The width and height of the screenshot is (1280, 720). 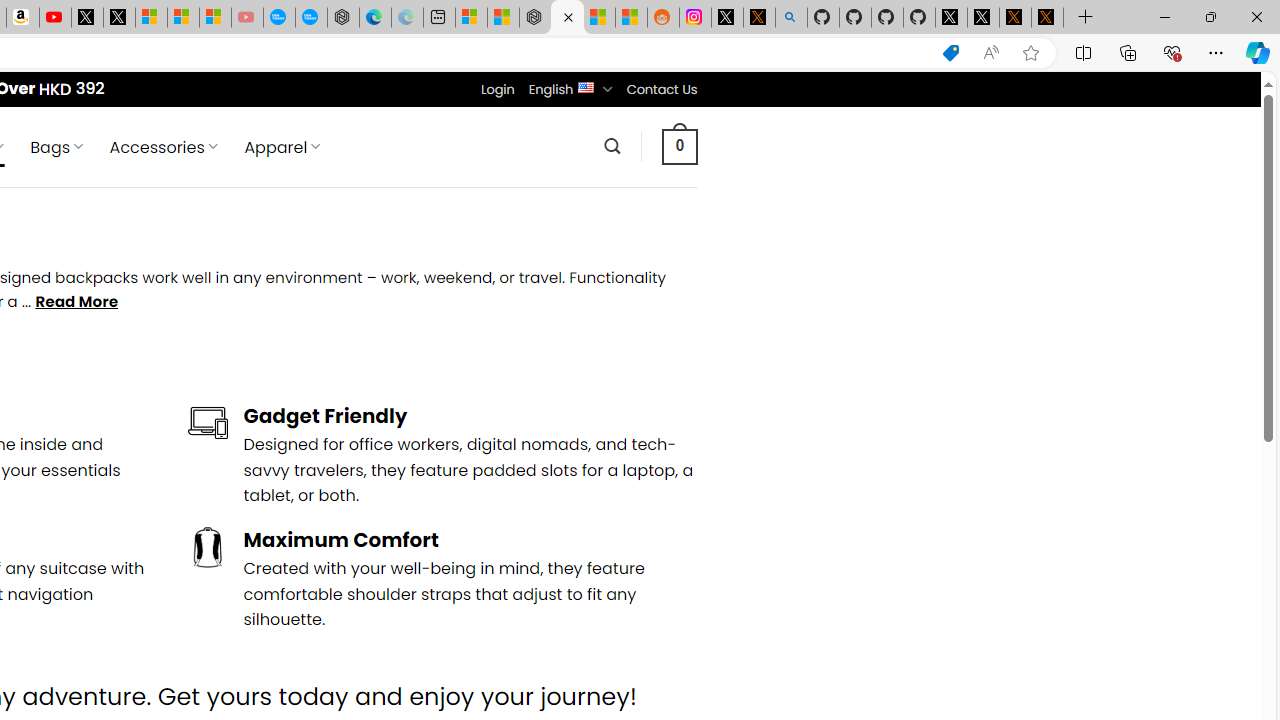 What do you see at coordinates (983, 17) in the screenshot?
I see `'GitHub (@github) / X'` at bounding box center [983, 17].